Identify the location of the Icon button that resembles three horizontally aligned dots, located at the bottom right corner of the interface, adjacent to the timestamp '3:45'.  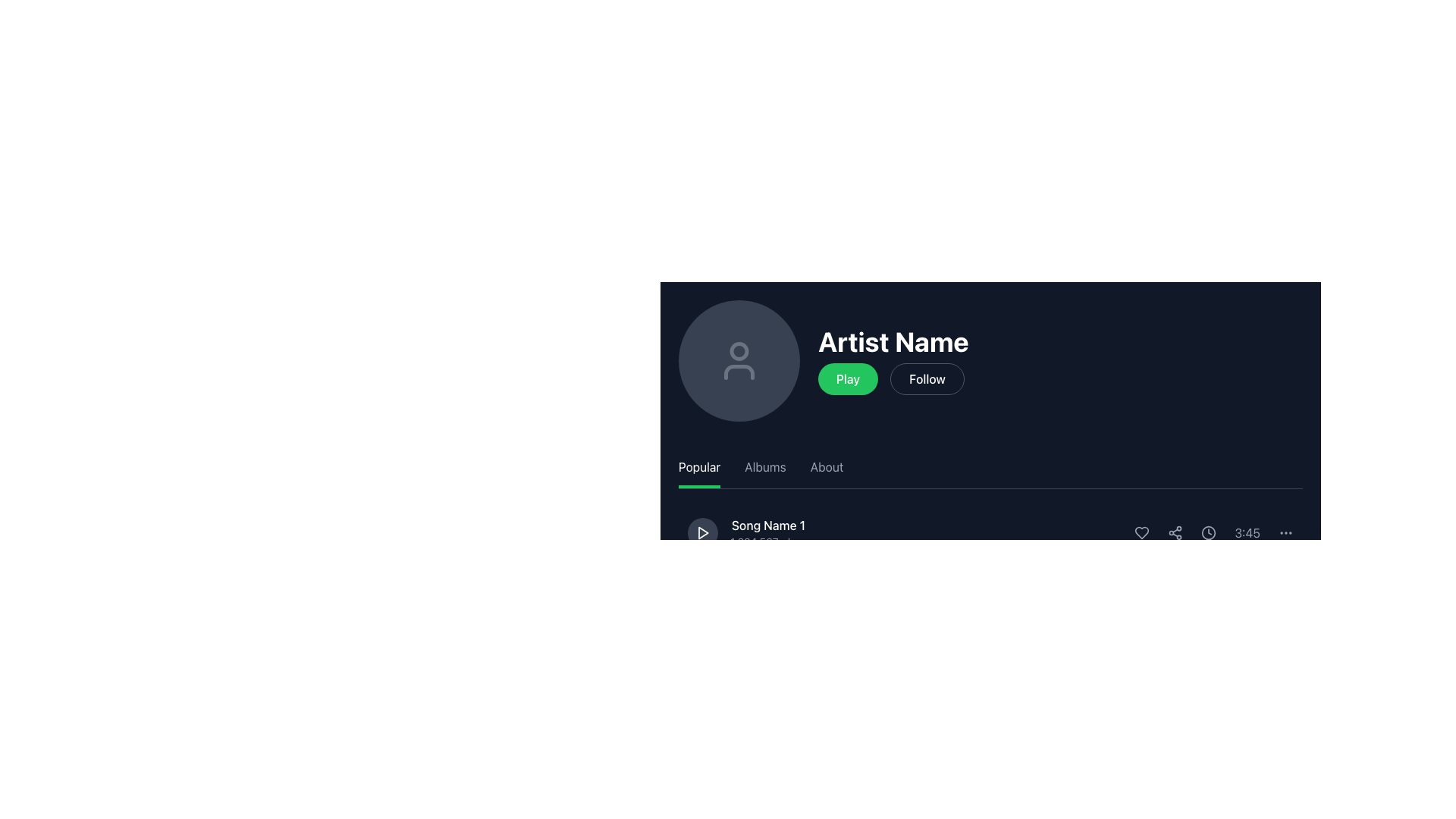
(1285, 532).